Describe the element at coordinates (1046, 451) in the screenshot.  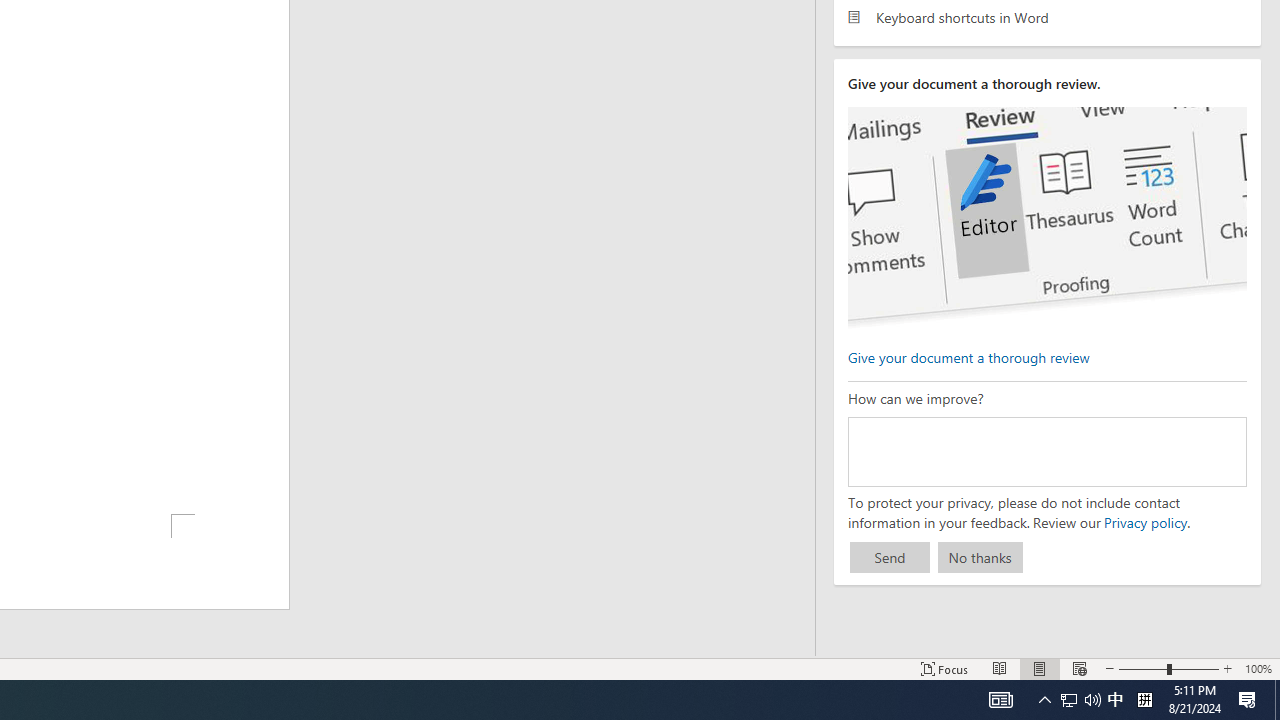
I see `'How can we improve?'` at that location.